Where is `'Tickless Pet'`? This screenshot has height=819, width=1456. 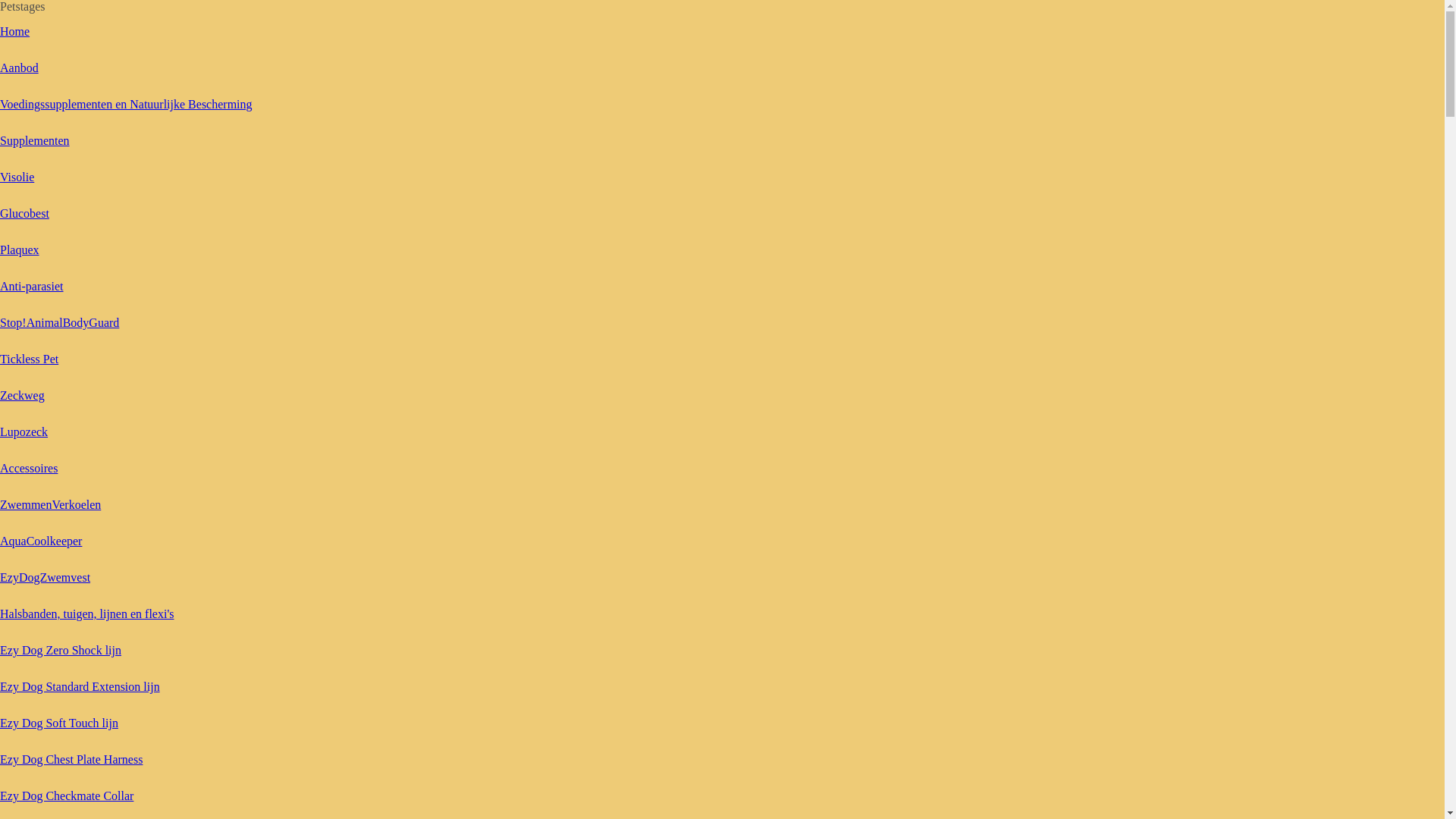
'Tickless Pet' is located at coordinates (29, 359).